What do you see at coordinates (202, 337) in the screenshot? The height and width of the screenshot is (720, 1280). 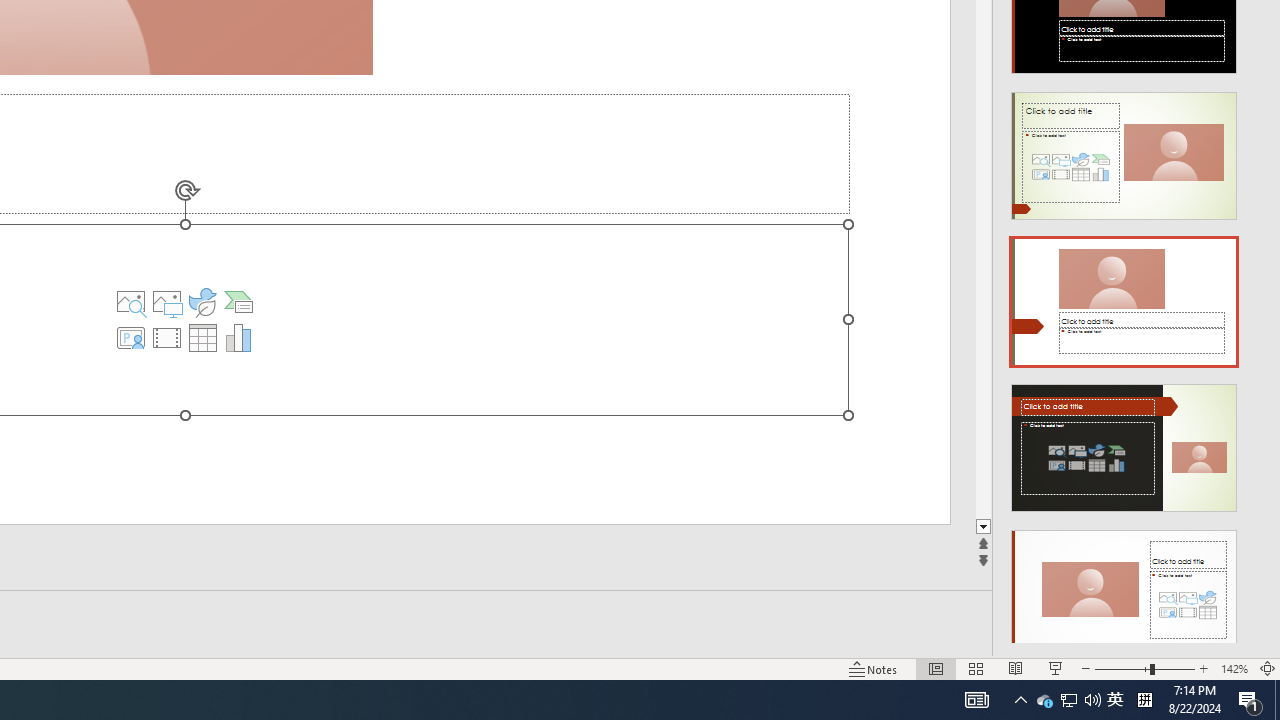 I see `'Insert Table'` at bounding box center [202, 337].